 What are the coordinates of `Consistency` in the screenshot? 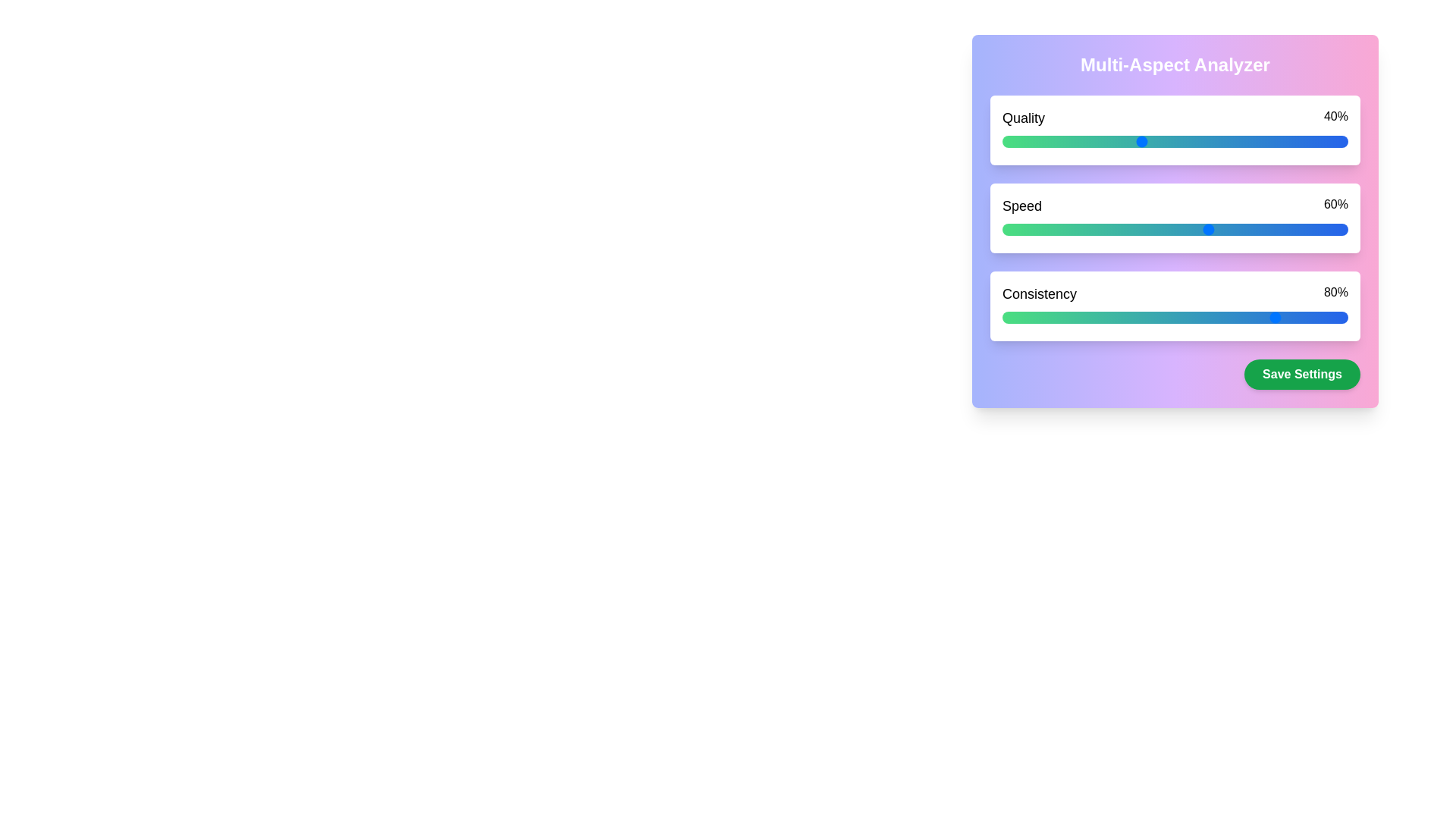 It's located at (1191, 317).